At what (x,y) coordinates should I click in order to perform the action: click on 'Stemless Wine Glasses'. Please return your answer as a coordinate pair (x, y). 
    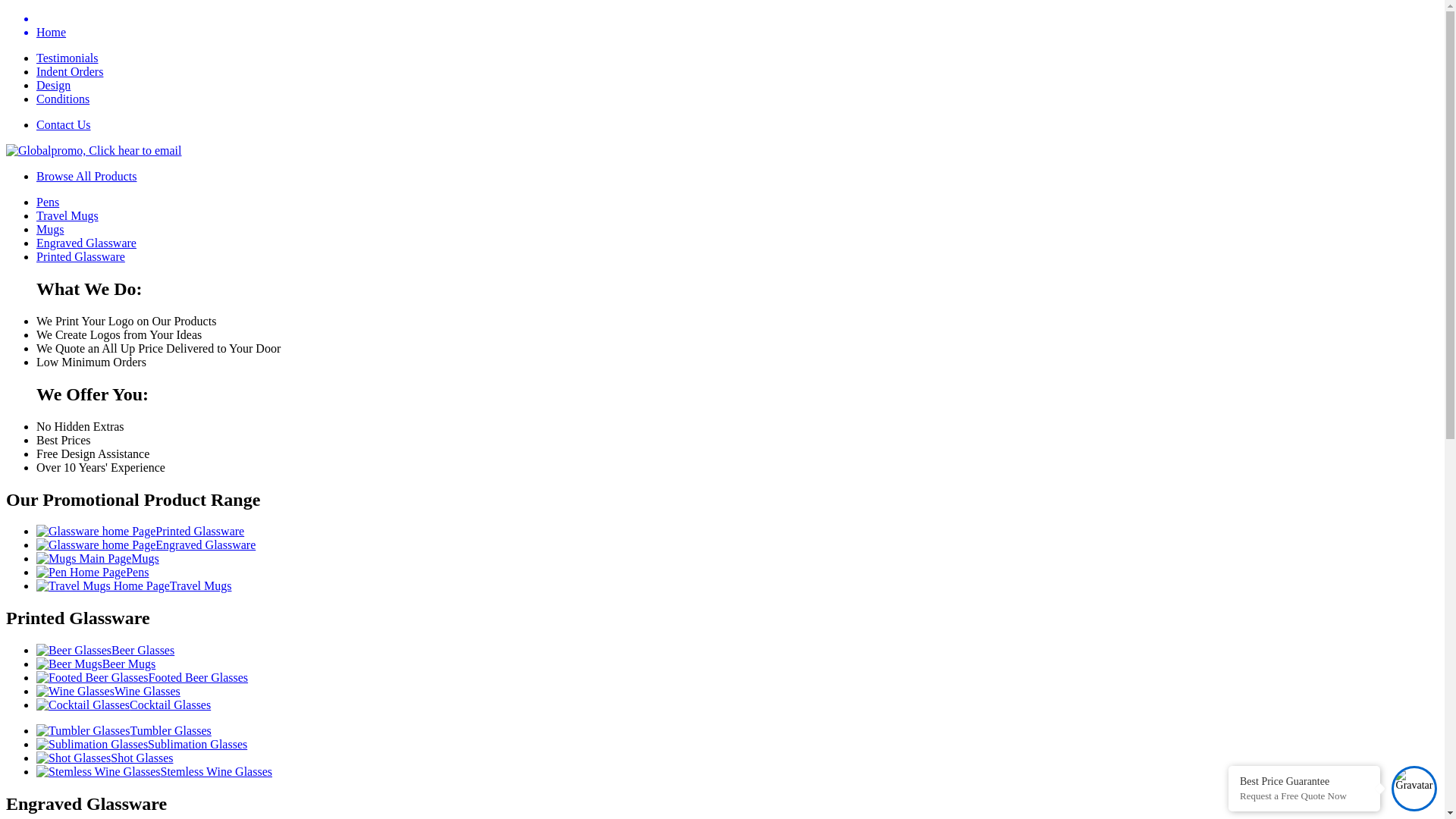
    Looking at the image, I should click on (154, 771).